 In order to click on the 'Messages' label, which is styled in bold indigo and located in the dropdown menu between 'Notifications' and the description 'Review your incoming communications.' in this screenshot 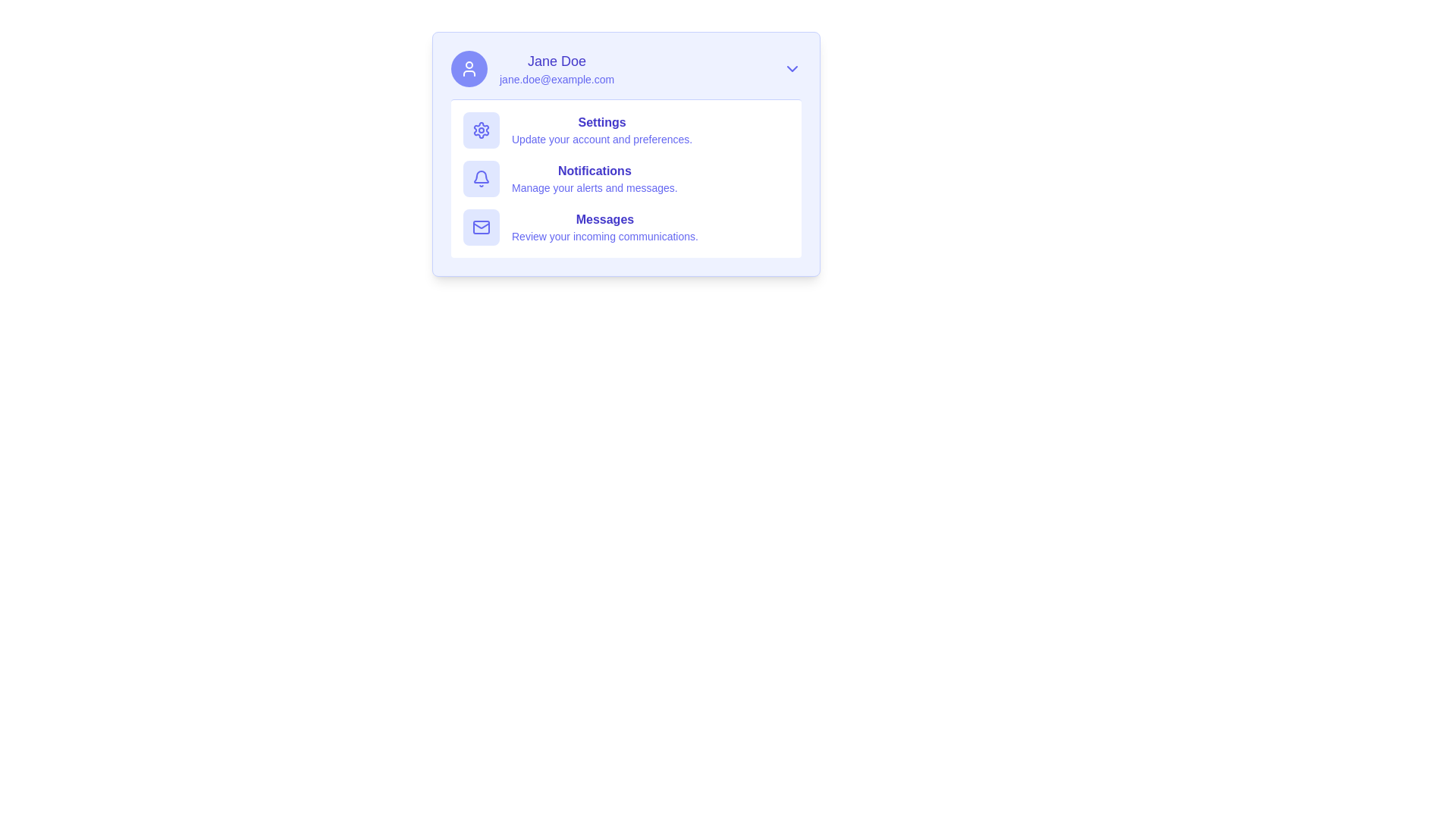, I will do `click(604, 219)`.